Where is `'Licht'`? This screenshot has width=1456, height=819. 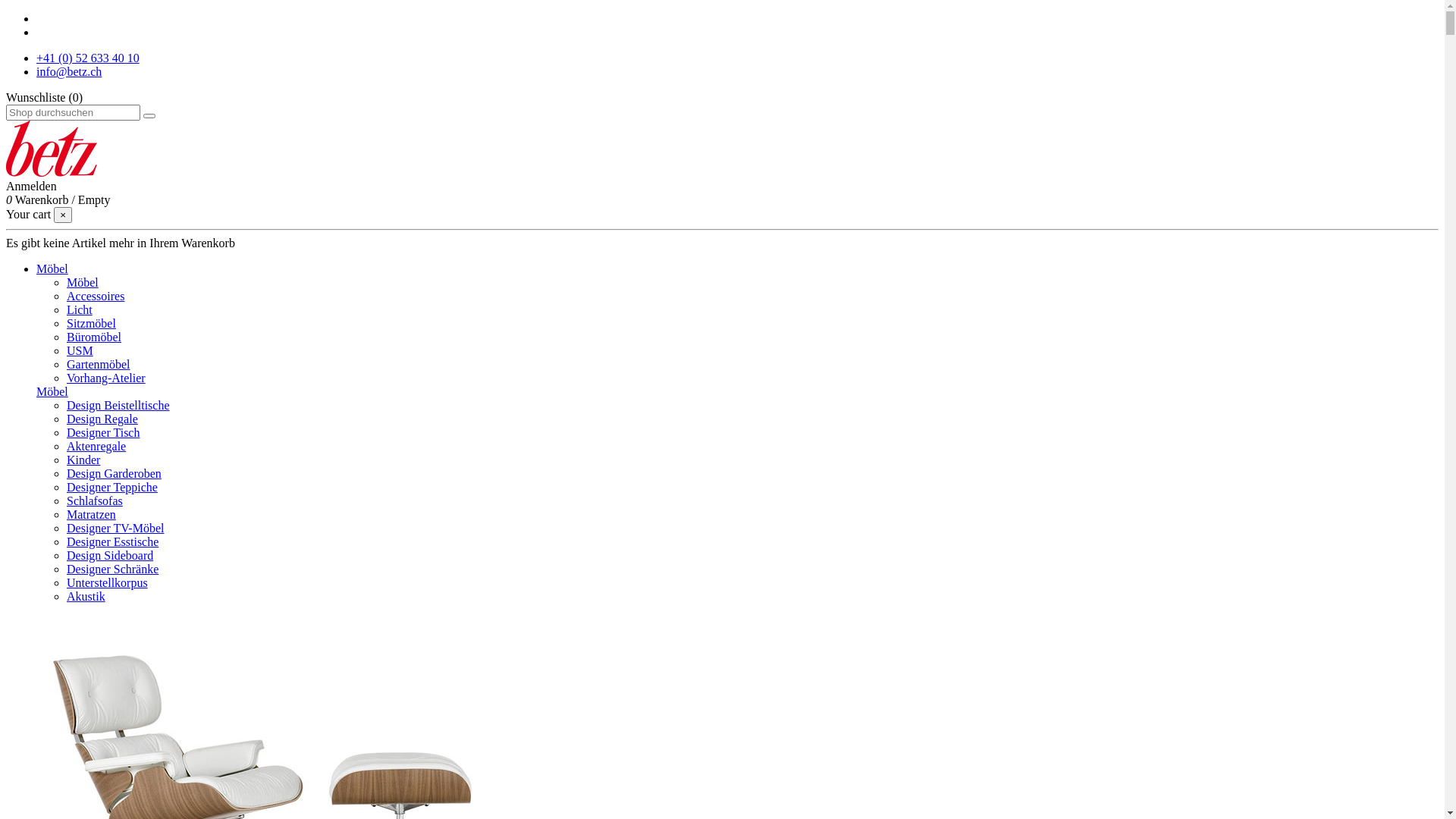
'Licht' is located at coordinates (79, 309).